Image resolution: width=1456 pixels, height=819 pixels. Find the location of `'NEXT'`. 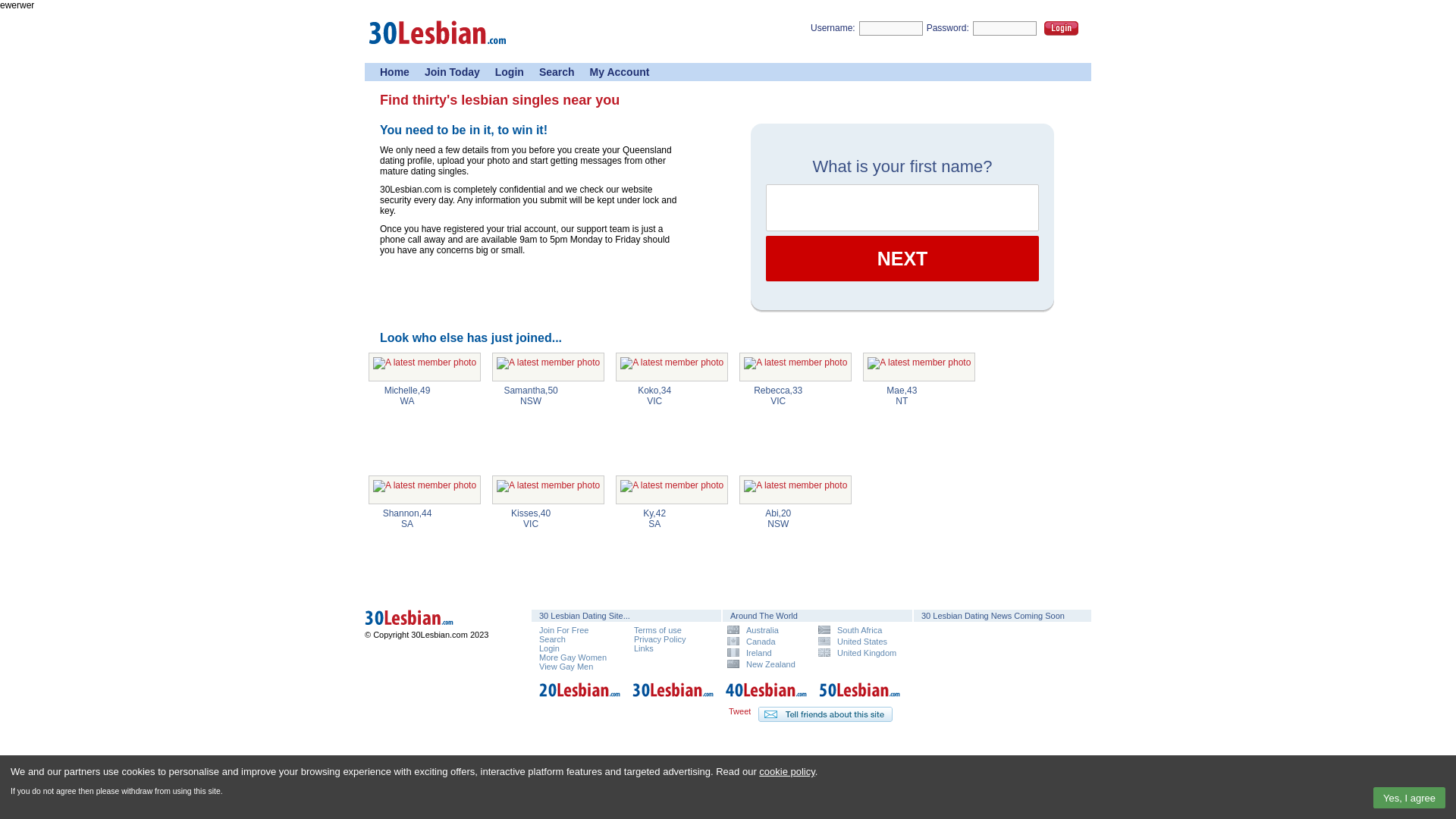

'NEXT' is located at coordinates (902, 257).